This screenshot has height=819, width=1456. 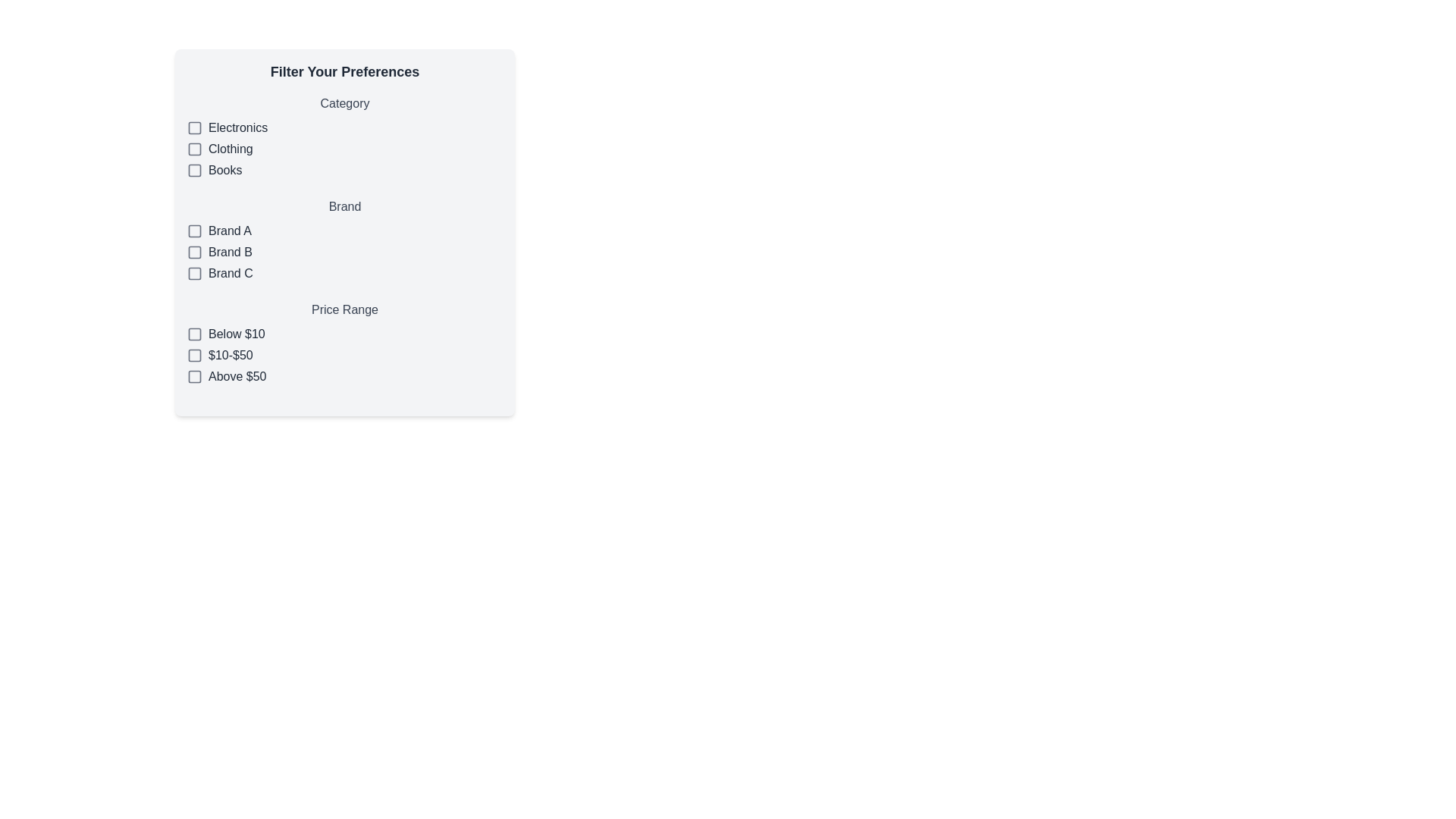 I want to click on the 'Electronics' text label, which is styled in gray and positioned next to a checkbox in the vertical filter menu, so click(x=237, y=127).